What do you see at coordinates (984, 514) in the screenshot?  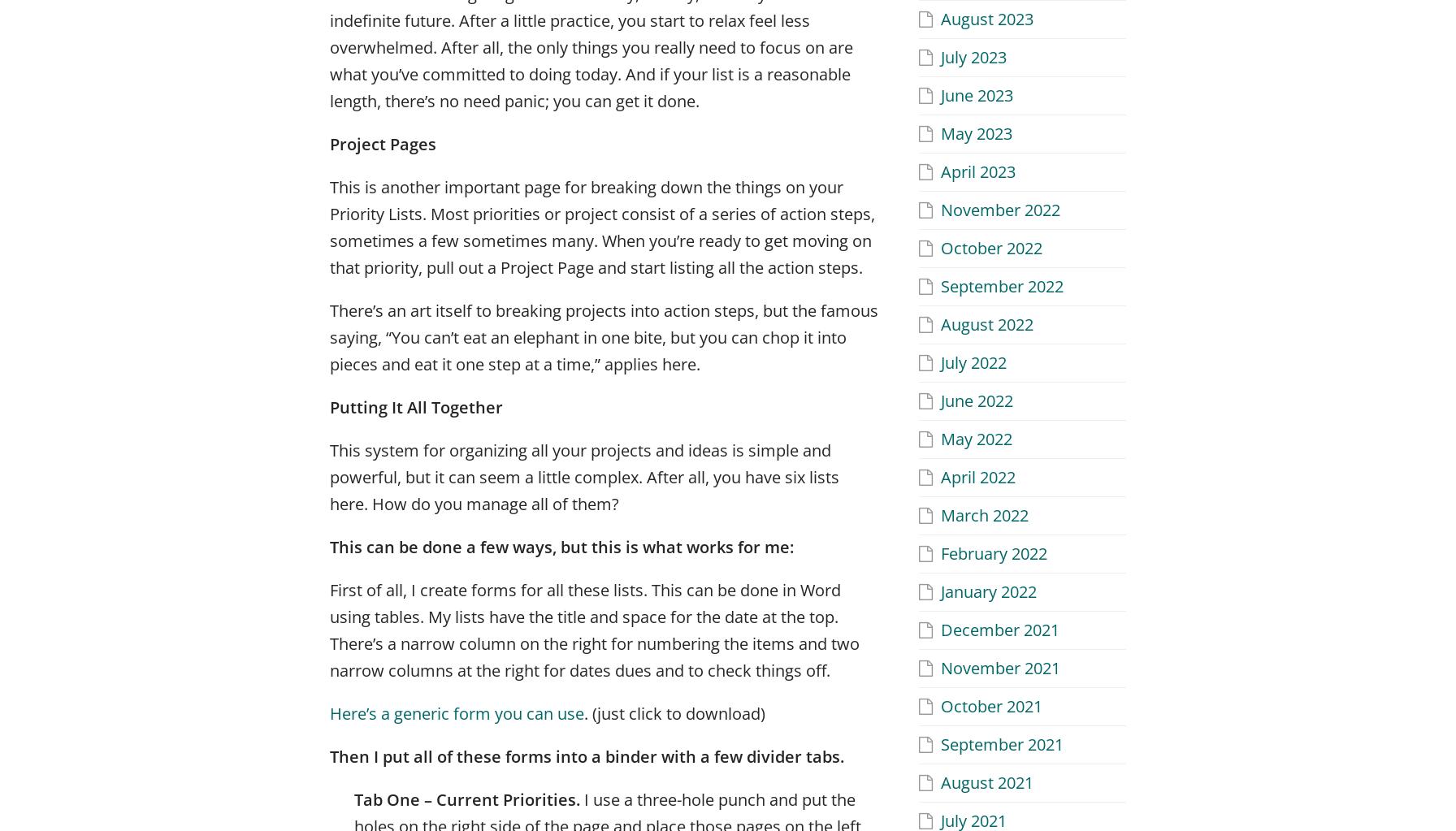 I see `'March 2022'` at bounding box center [984, 514].